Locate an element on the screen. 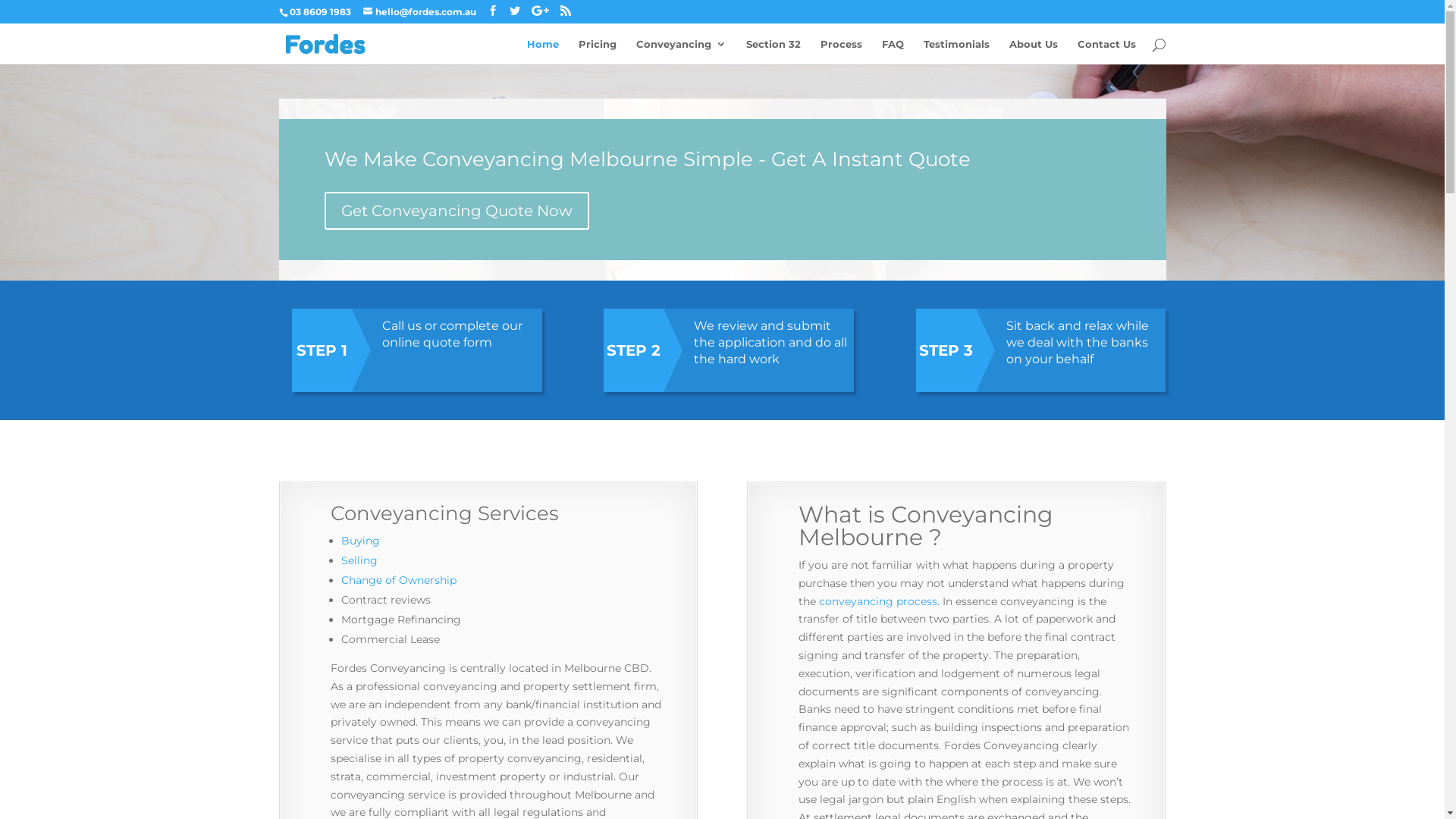  'Selling' is located at coordinates (359, 560).